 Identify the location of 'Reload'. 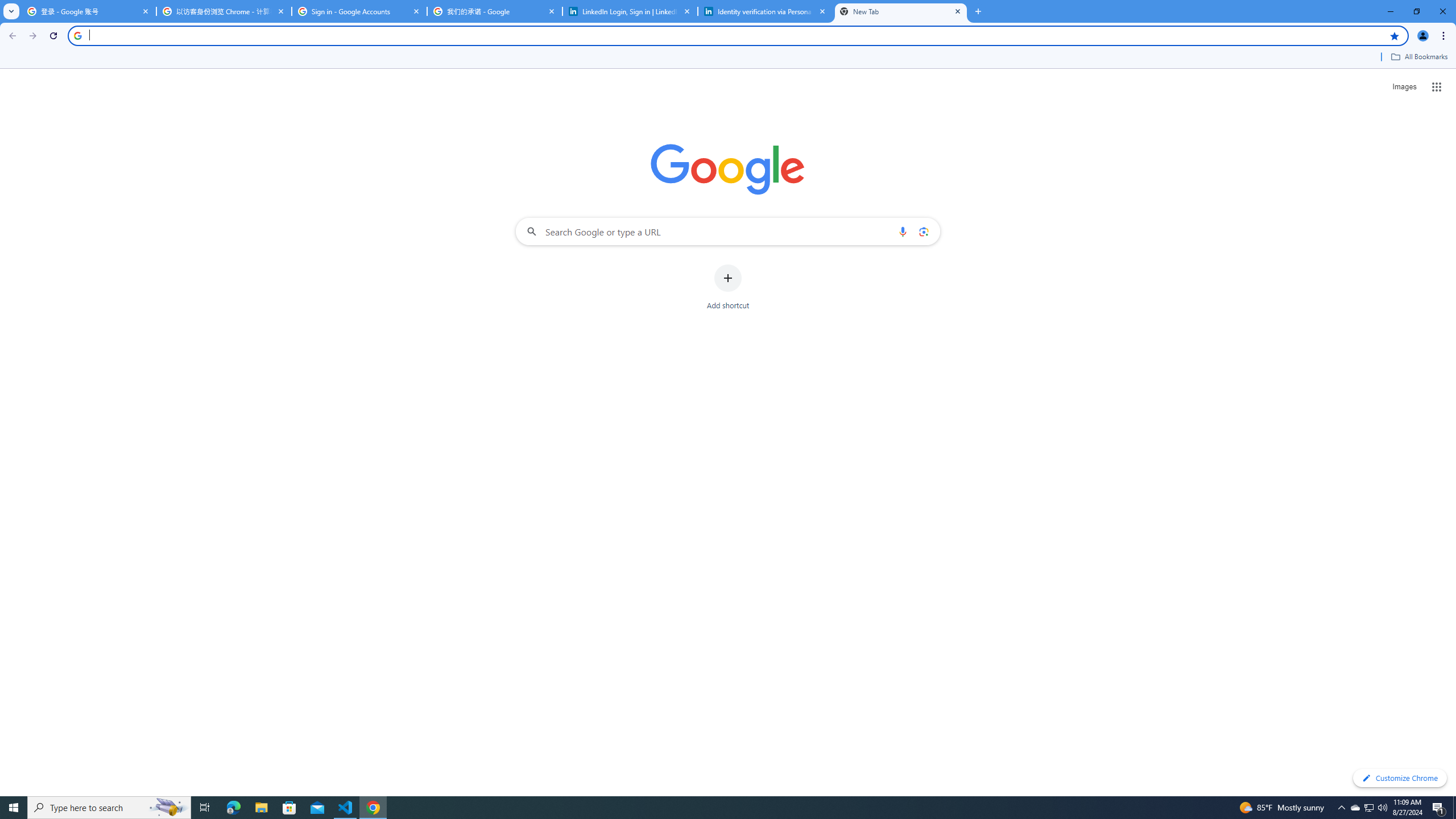
(53, 35).